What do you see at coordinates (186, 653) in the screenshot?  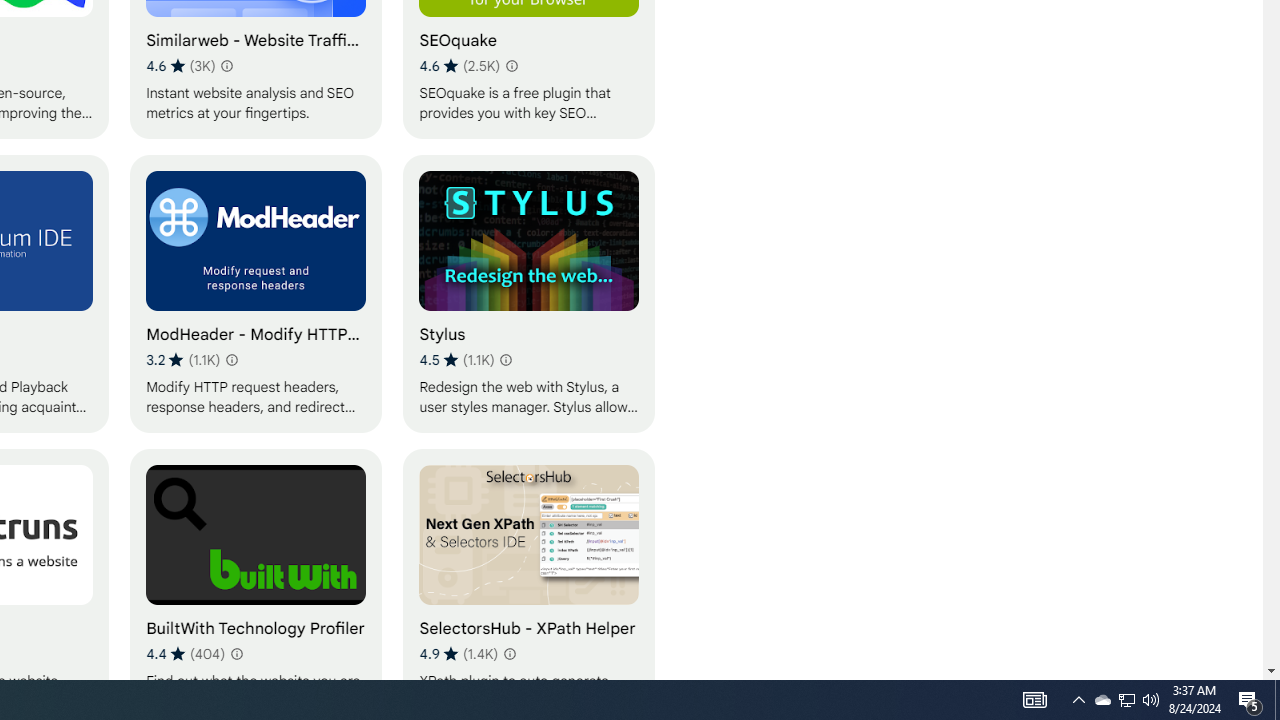 I see `'Average rating 4.4 out of 5 stars. 404 ratings.'` at bounding box center [186, 653].